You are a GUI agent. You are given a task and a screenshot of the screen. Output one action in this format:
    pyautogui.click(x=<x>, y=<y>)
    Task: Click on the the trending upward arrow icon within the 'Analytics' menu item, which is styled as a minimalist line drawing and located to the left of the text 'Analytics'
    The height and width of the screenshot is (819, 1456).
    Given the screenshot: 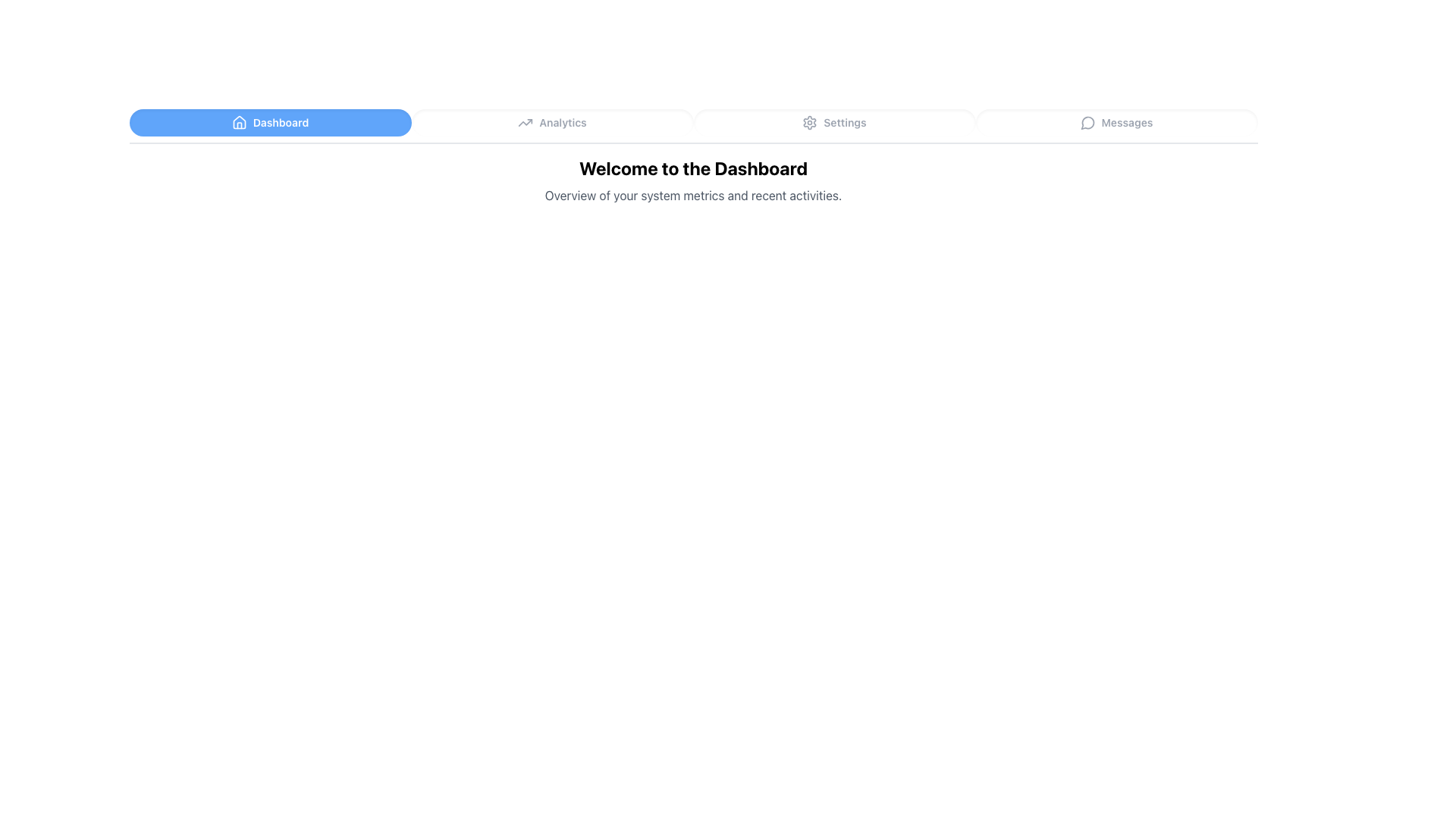 What is the action you would take?
    pyautogui.click(x=526, y=122)
    